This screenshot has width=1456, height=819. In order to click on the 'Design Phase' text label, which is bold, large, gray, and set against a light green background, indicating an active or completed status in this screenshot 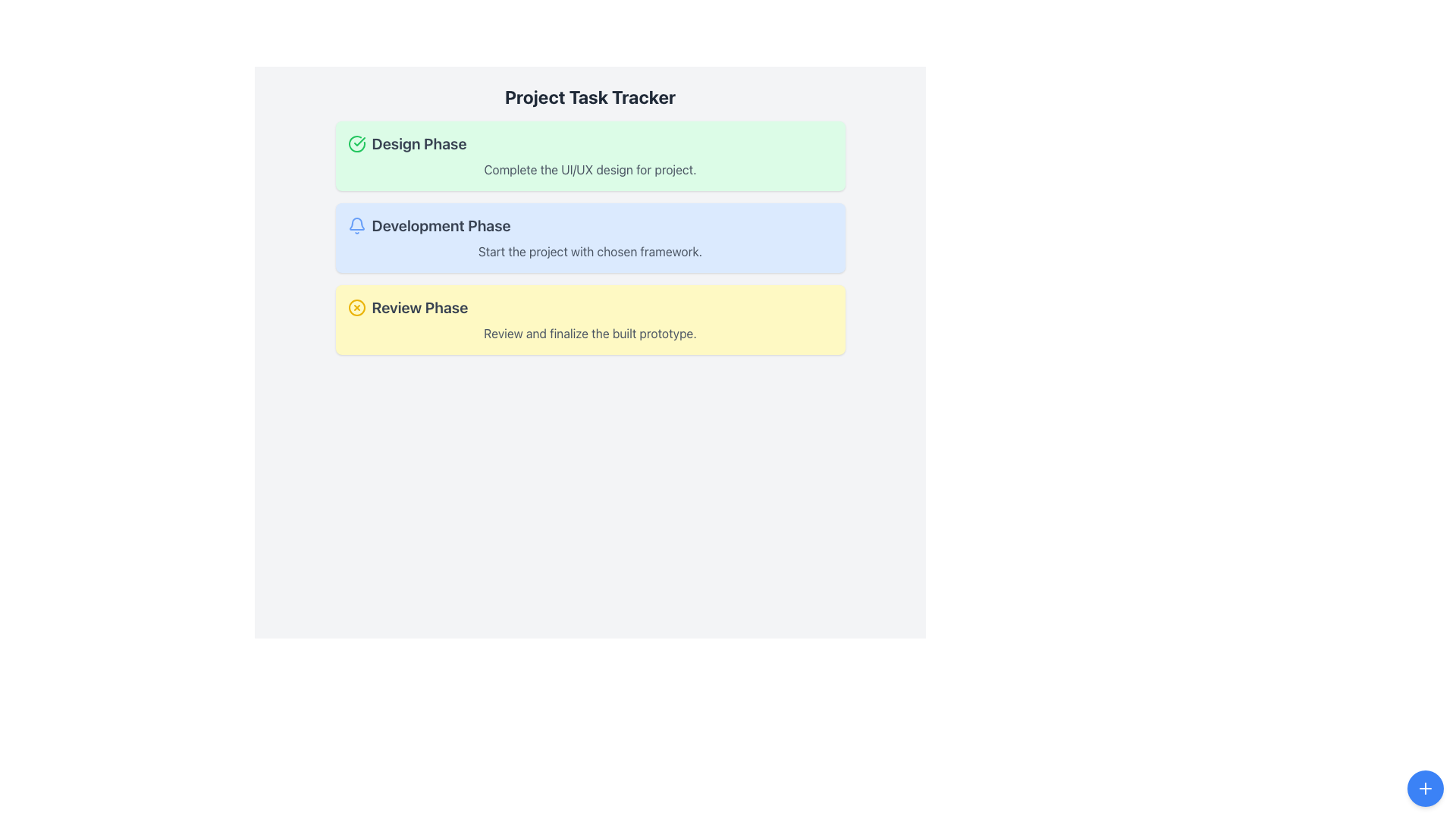, I will do `click(419, 143)`.